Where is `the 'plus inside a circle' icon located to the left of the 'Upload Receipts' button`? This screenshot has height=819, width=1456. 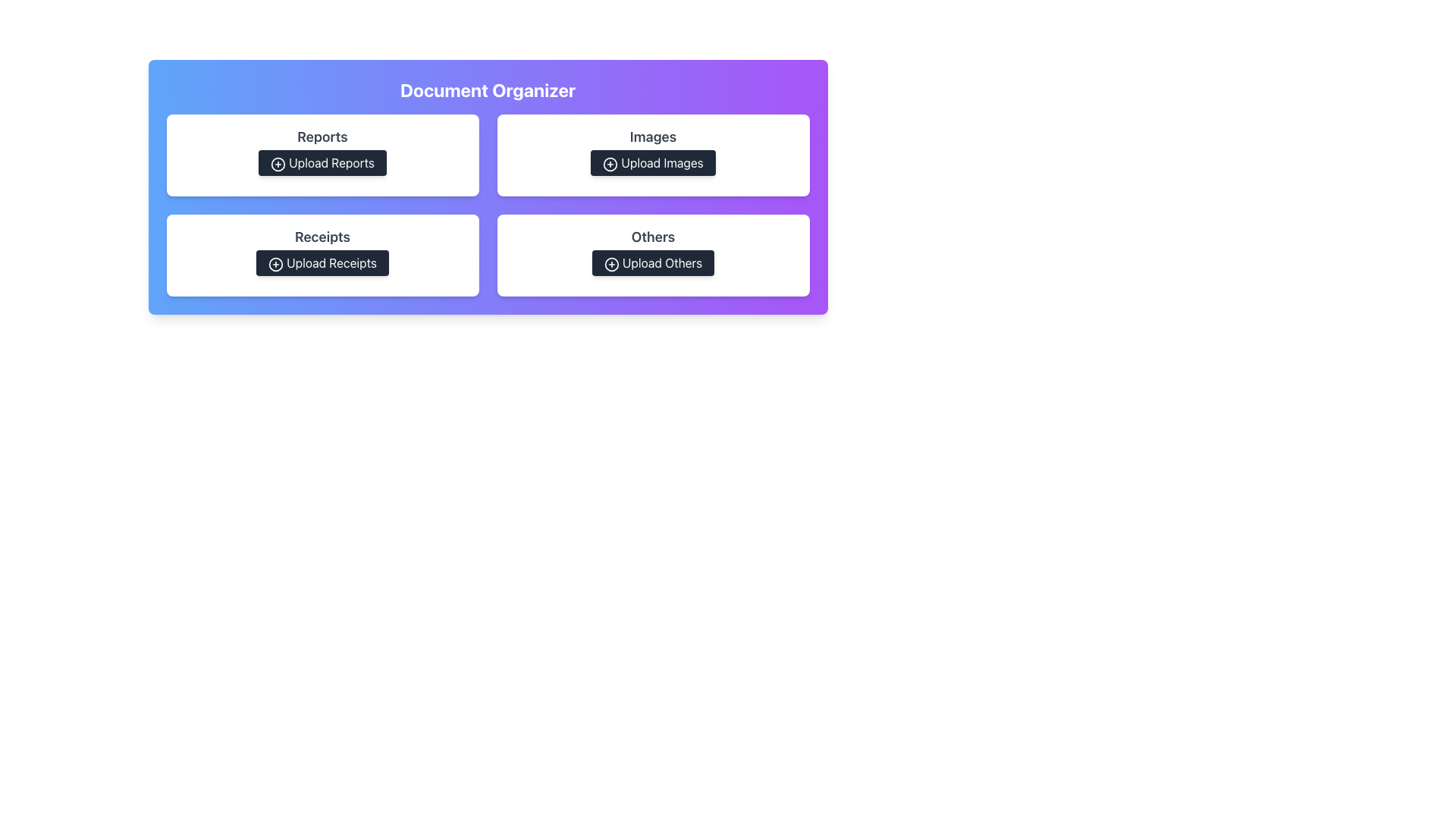
the 'plus inside a circle' icon located to the left of the 'Upload Receipts' button is located at coordinates (276, 263).